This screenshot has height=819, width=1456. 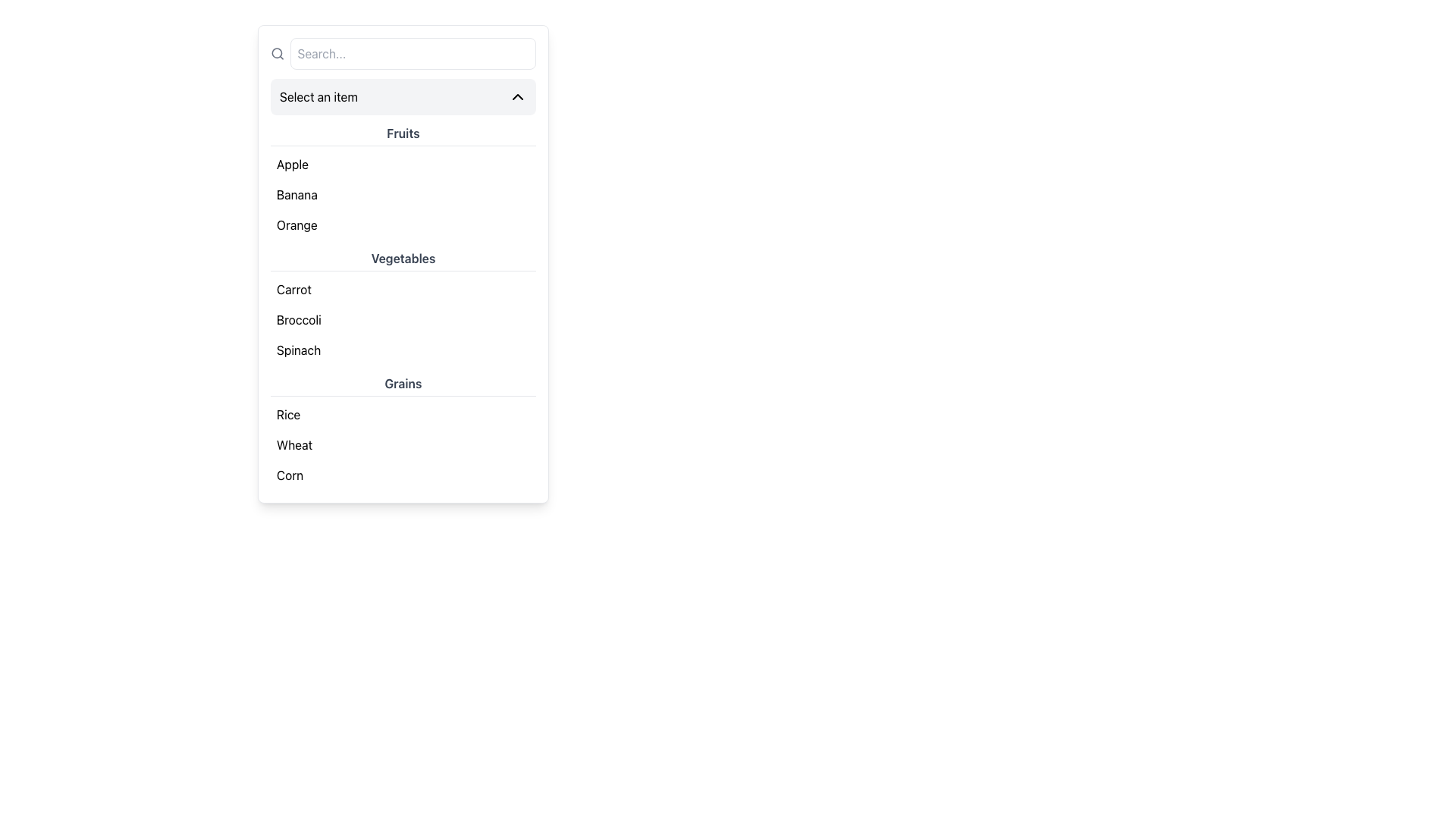 What do you see at coordinates (403, 307) in the screenshot?
I see `the vertically arranged list of items categorized under 'Vegetables', which includes entries like 'Apple', 'Banana', 'Orange' and others` at bounding box center [403, 307].